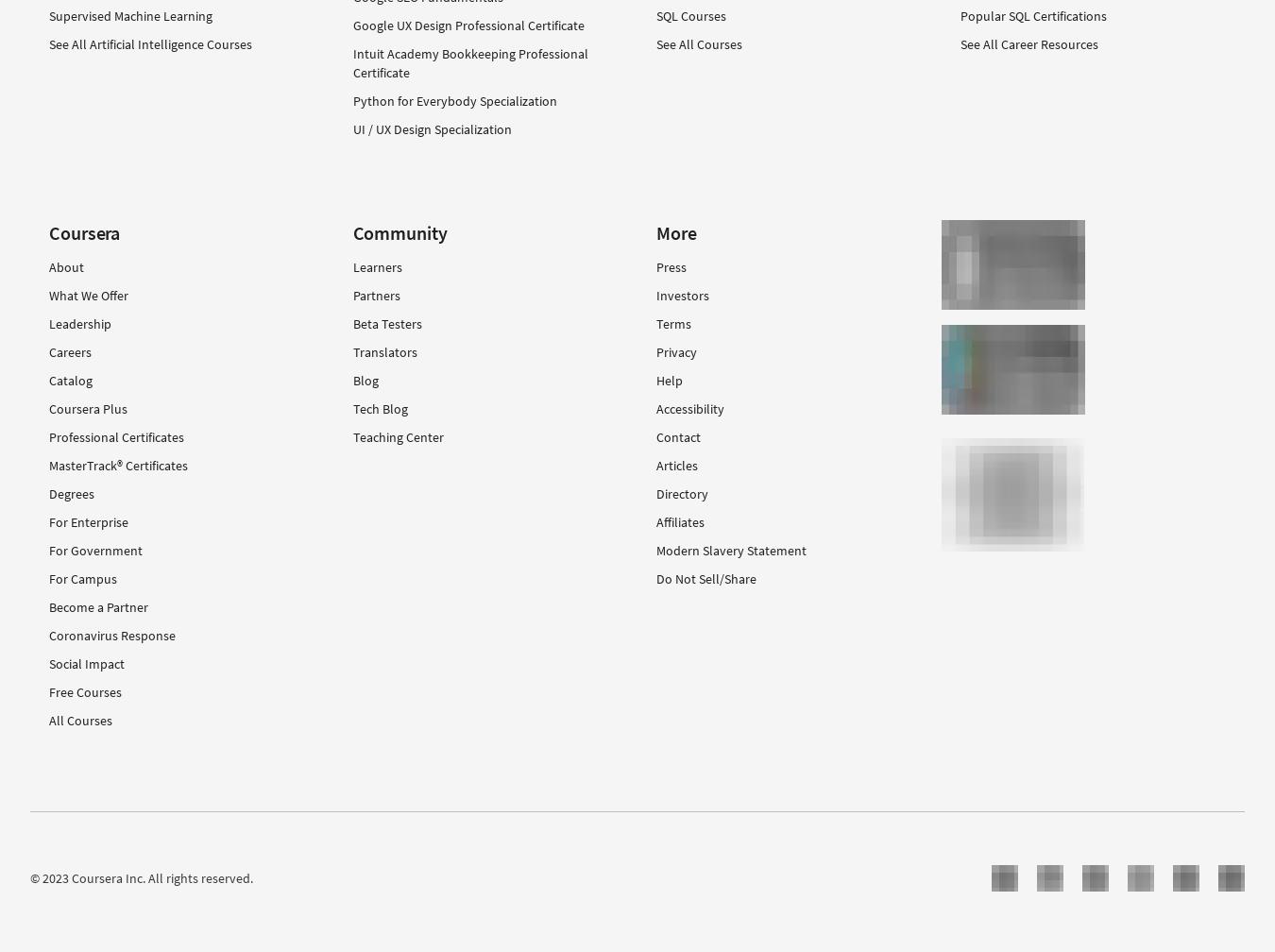 The width and height of the screenshot is (1275, 952). I want to click on 'Press', so click(671, 266).